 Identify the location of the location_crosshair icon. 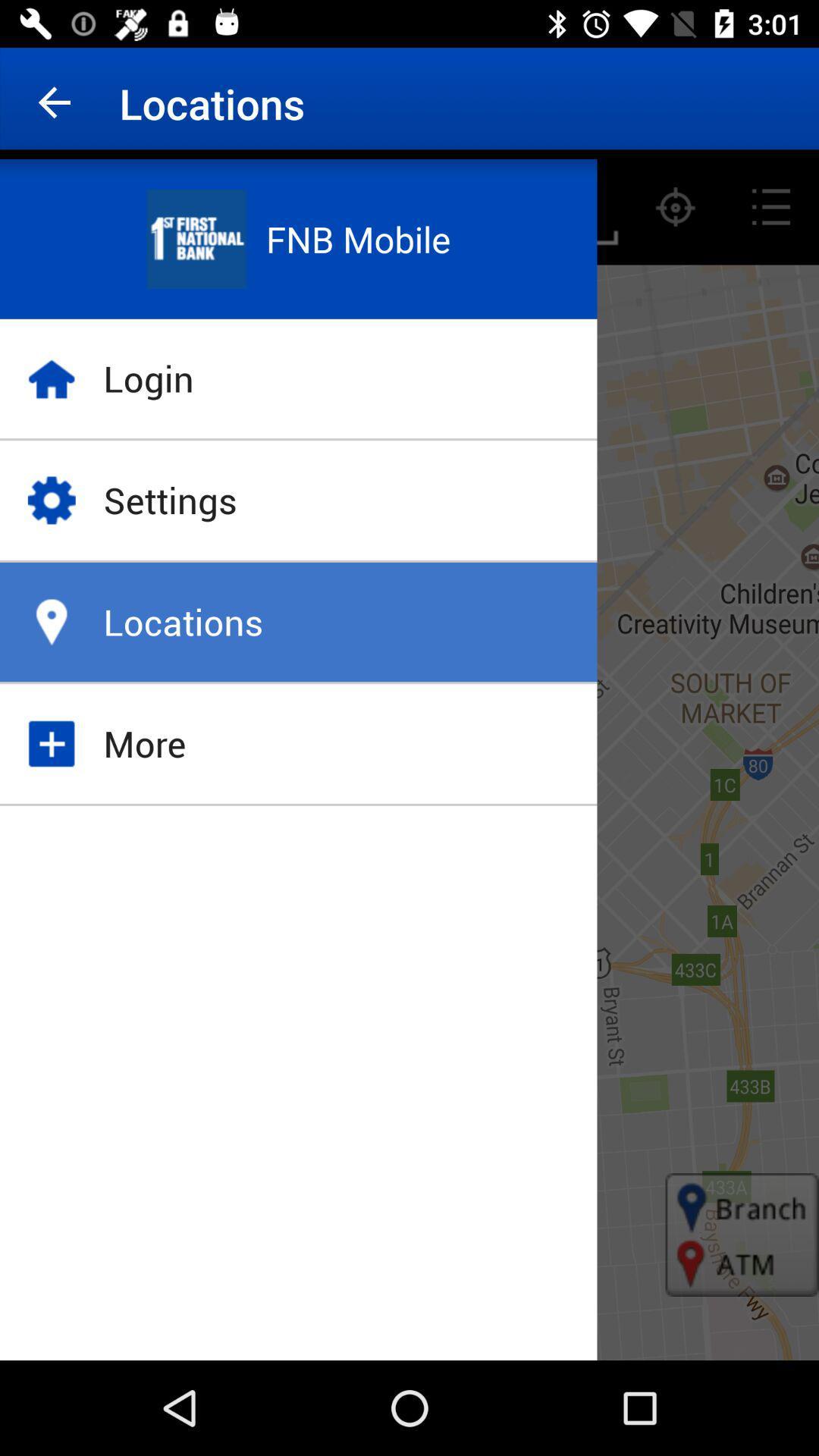
(675, 206).